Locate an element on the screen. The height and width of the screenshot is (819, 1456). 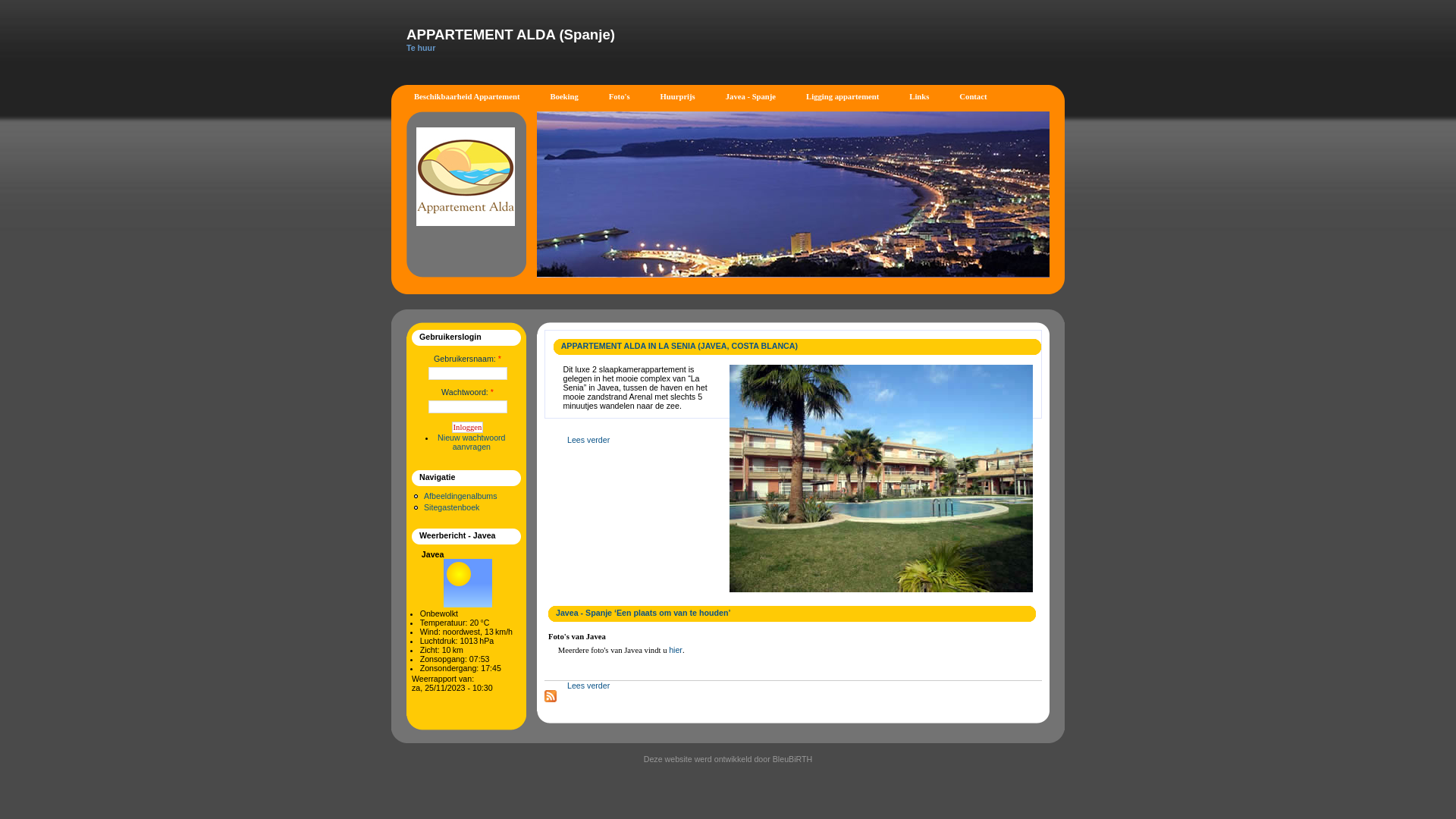
'APPARTEMENT ALDA (Spanje) RSS' is located at coordinates (549, 696).